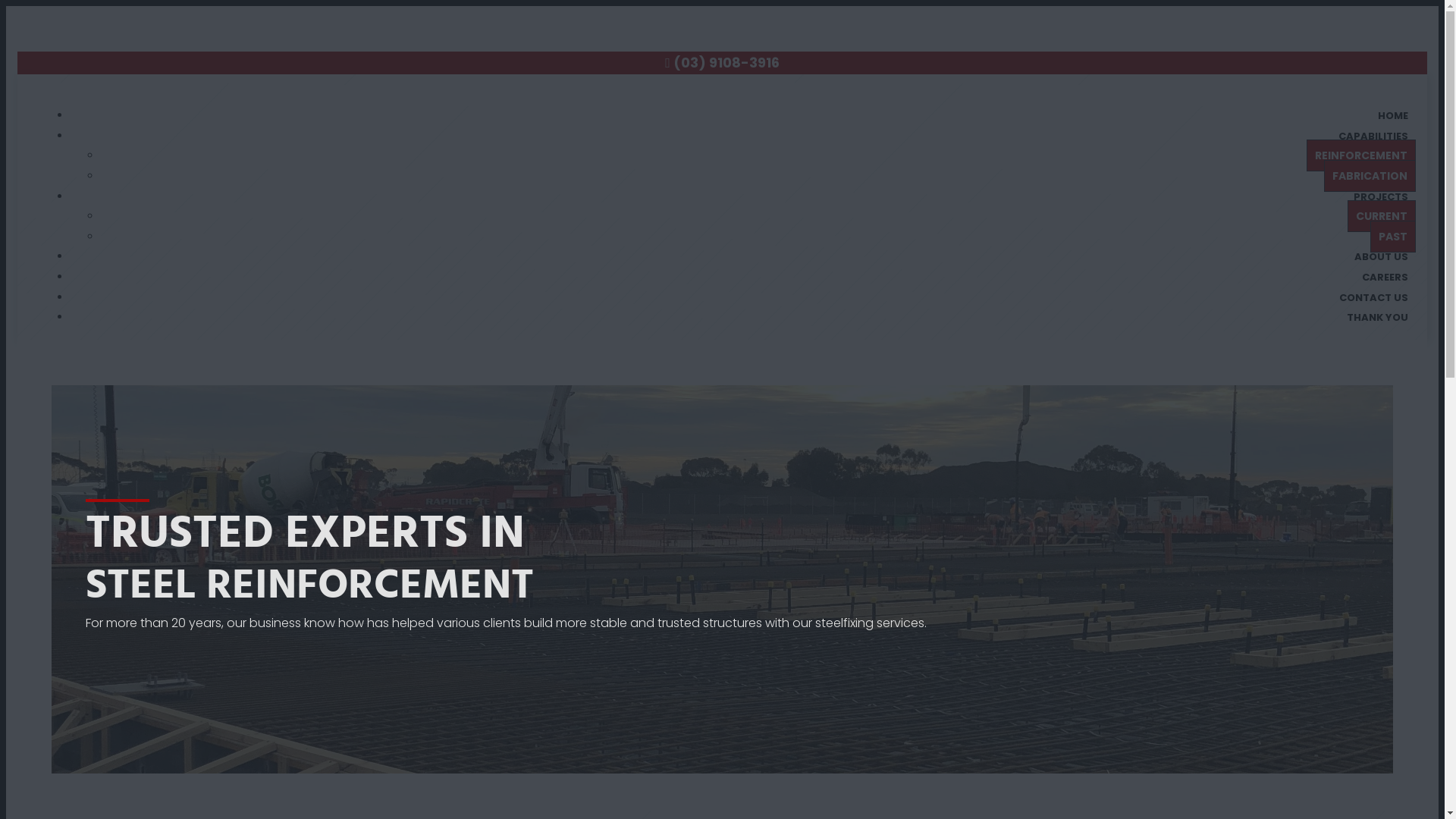 The image size is (1456, 819). What do you see at coordinates (1393, 115) in the screenshot?
I see `'HOME'` at bounding box center [1393, 115].